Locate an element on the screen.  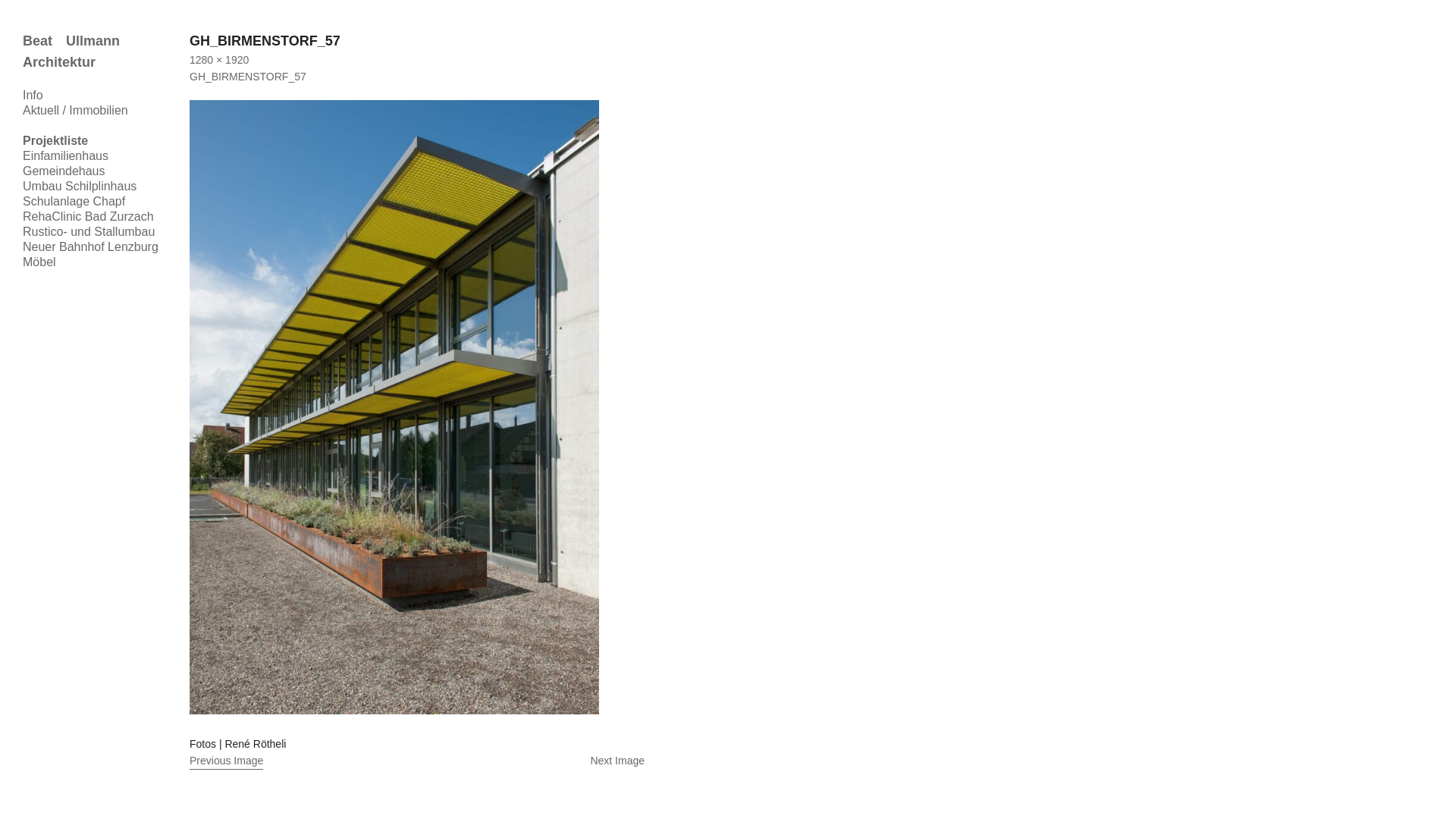
'RehaClinic Bad Zurzach' is located at coordinates (87, 216).